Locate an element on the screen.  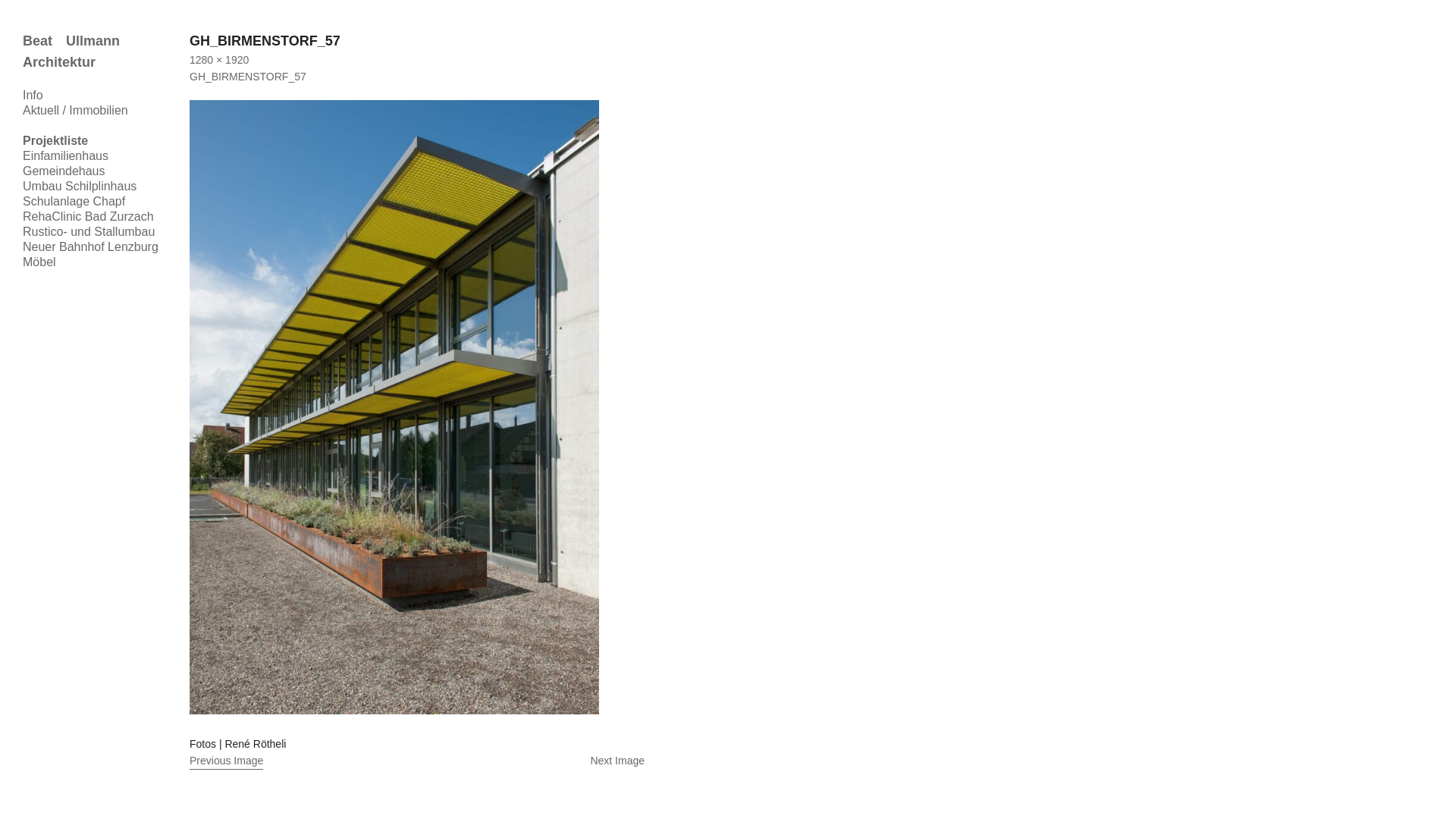
'RehaClinic Bad Zurzach' is located at coordinates (87, 216).